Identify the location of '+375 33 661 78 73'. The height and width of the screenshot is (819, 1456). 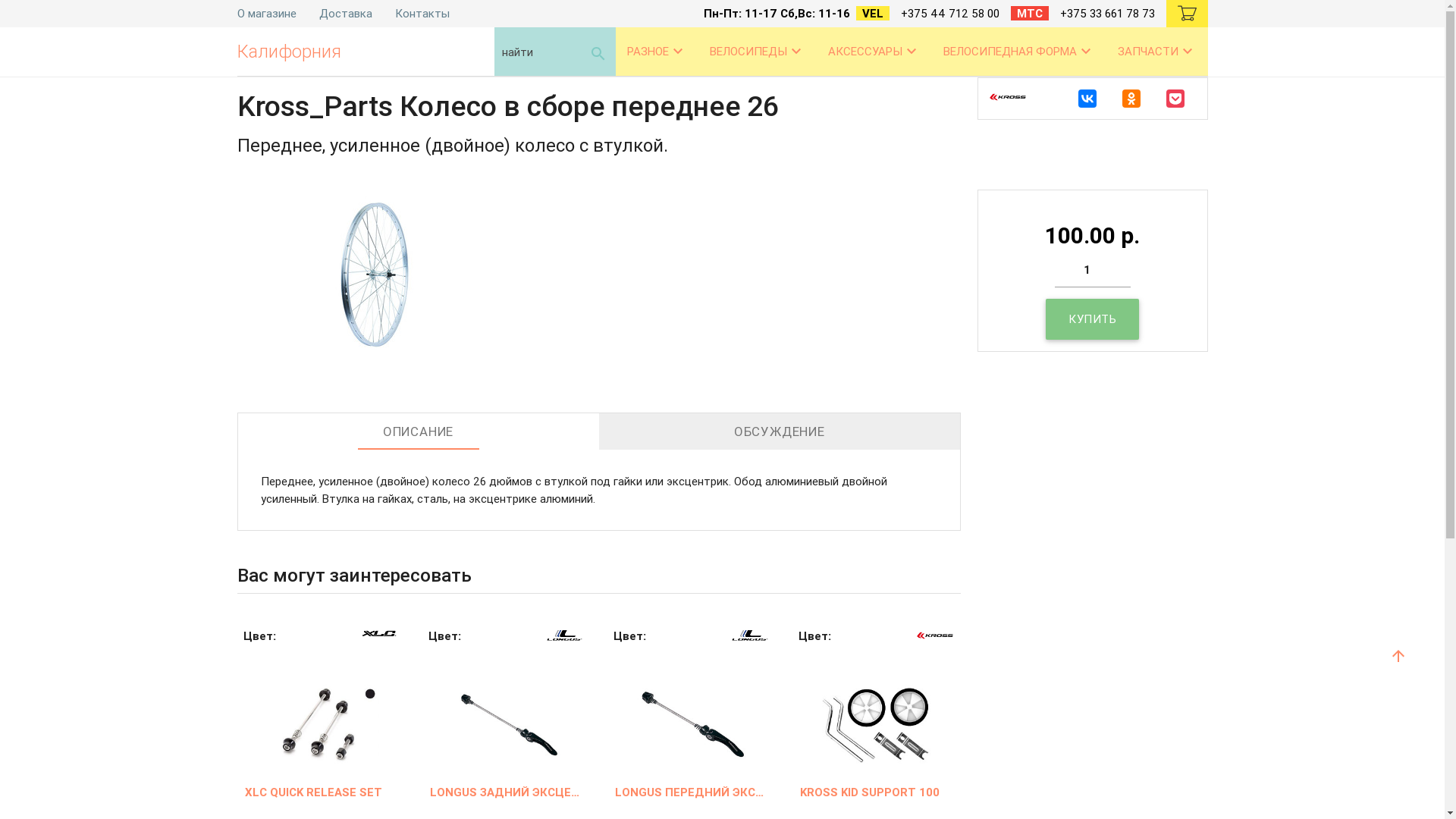
(1106, 14).